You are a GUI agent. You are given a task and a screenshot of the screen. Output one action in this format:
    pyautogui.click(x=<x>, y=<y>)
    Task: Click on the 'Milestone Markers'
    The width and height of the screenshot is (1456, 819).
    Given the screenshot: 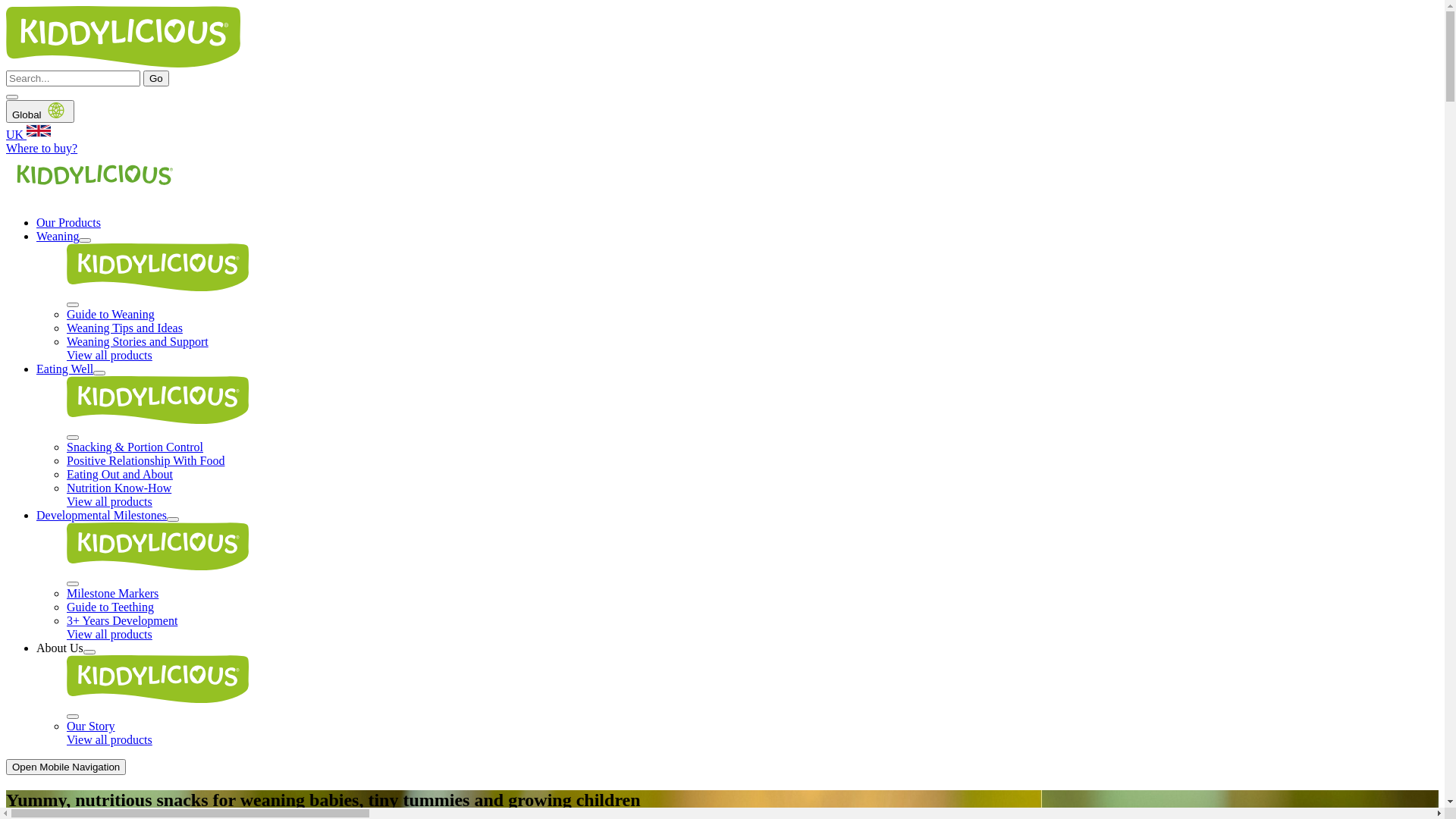 What is the action you would take?
    pyautogui.click(x=111, y=592)
    